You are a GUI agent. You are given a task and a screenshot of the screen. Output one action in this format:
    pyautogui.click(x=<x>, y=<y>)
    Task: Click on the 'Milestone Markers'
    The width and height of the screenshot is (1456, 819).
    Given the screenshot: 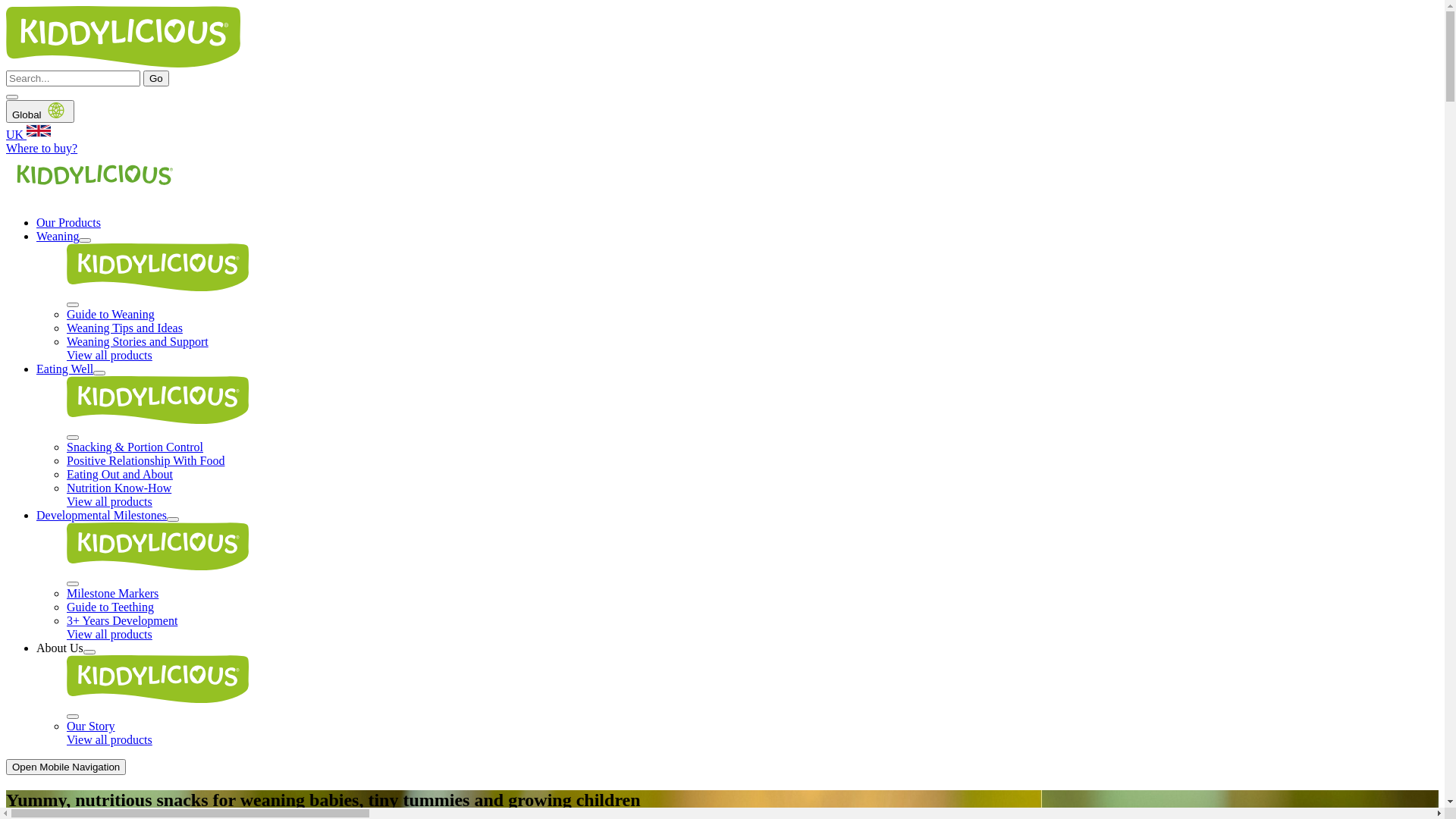 What is the action you would take?
    pyautogui.click(x=111, y=592)
    